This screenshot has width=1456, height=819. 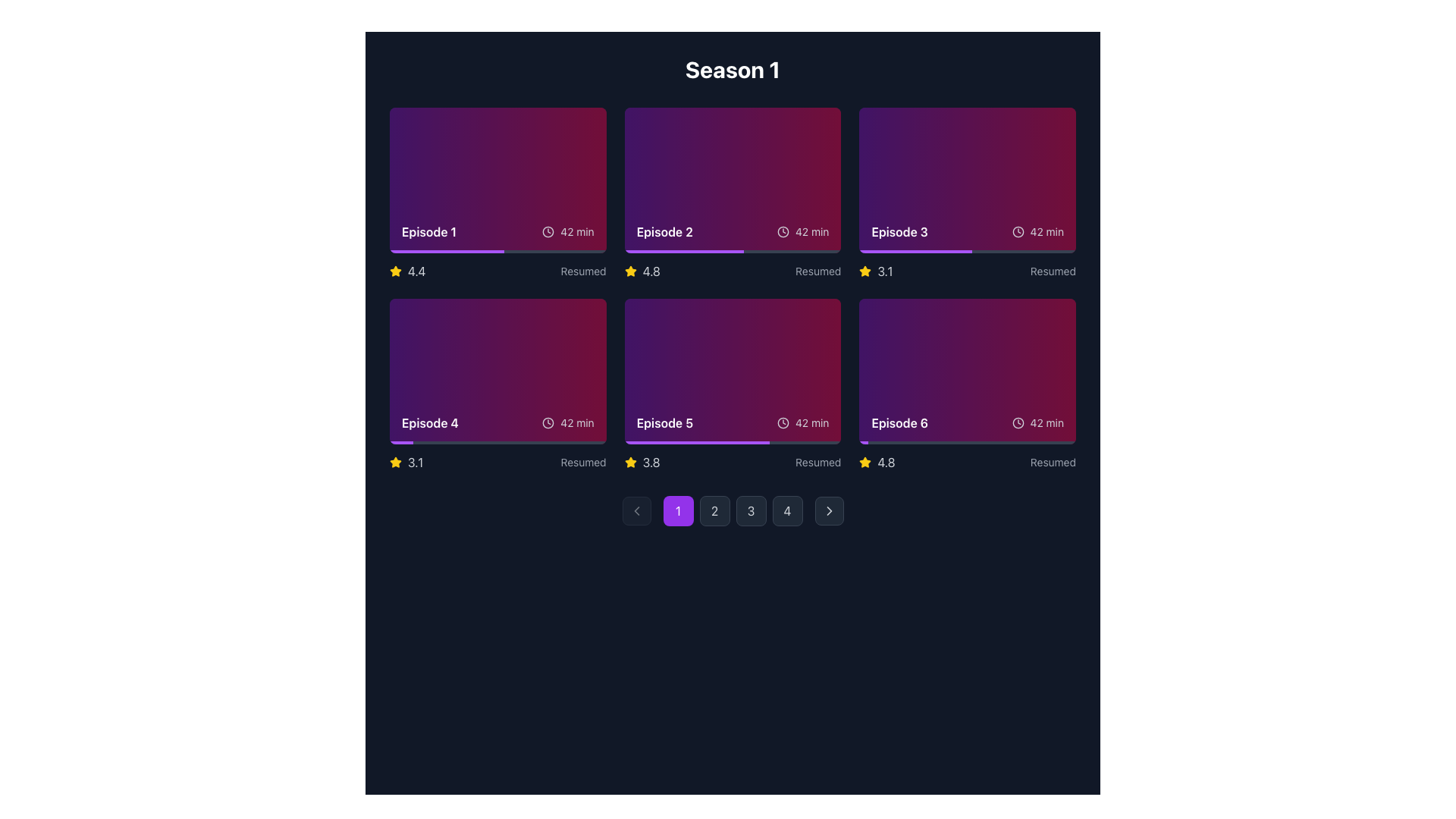 I want to click on the episode card located at the top left corner of the grid, so click(x=497, y=193).